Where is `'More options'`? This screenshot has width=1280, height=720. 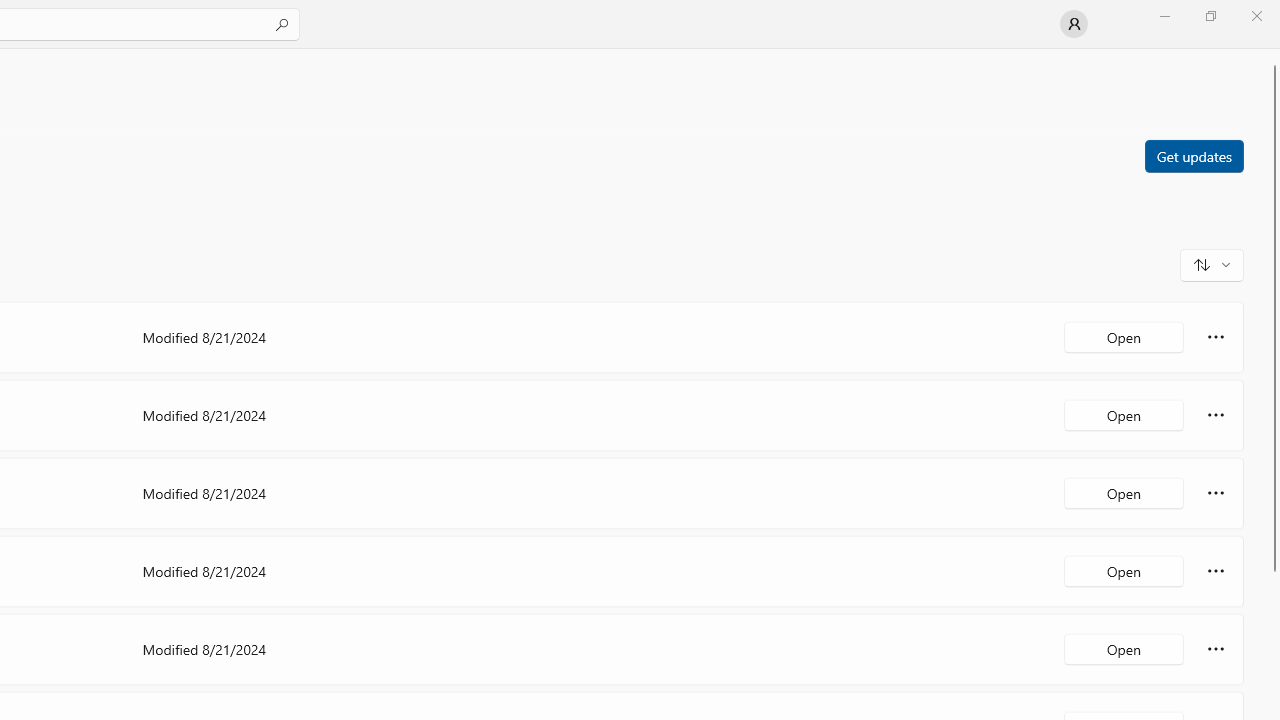
'More options' is located at coordinates (1215, 649).